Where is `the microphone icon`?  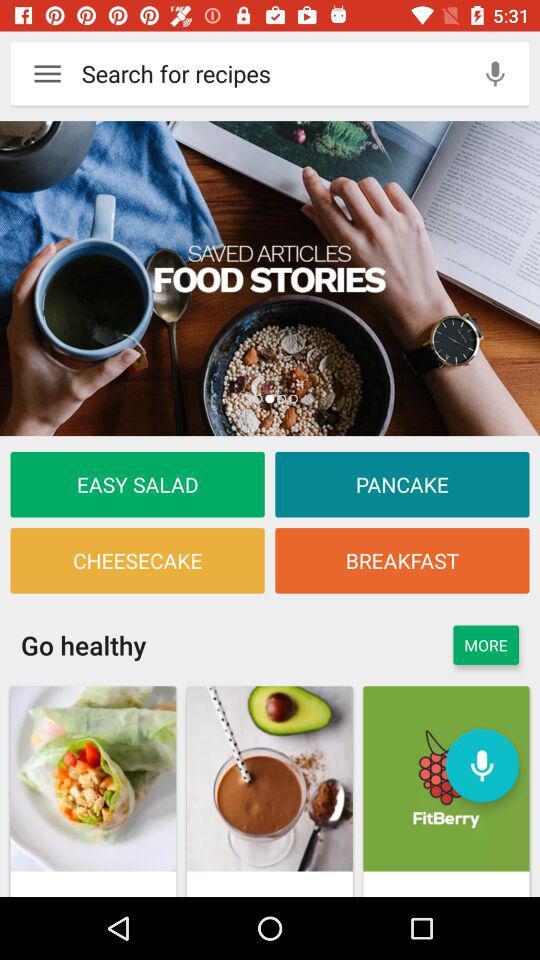 the microphone icon is located at coordinates (481, 764).